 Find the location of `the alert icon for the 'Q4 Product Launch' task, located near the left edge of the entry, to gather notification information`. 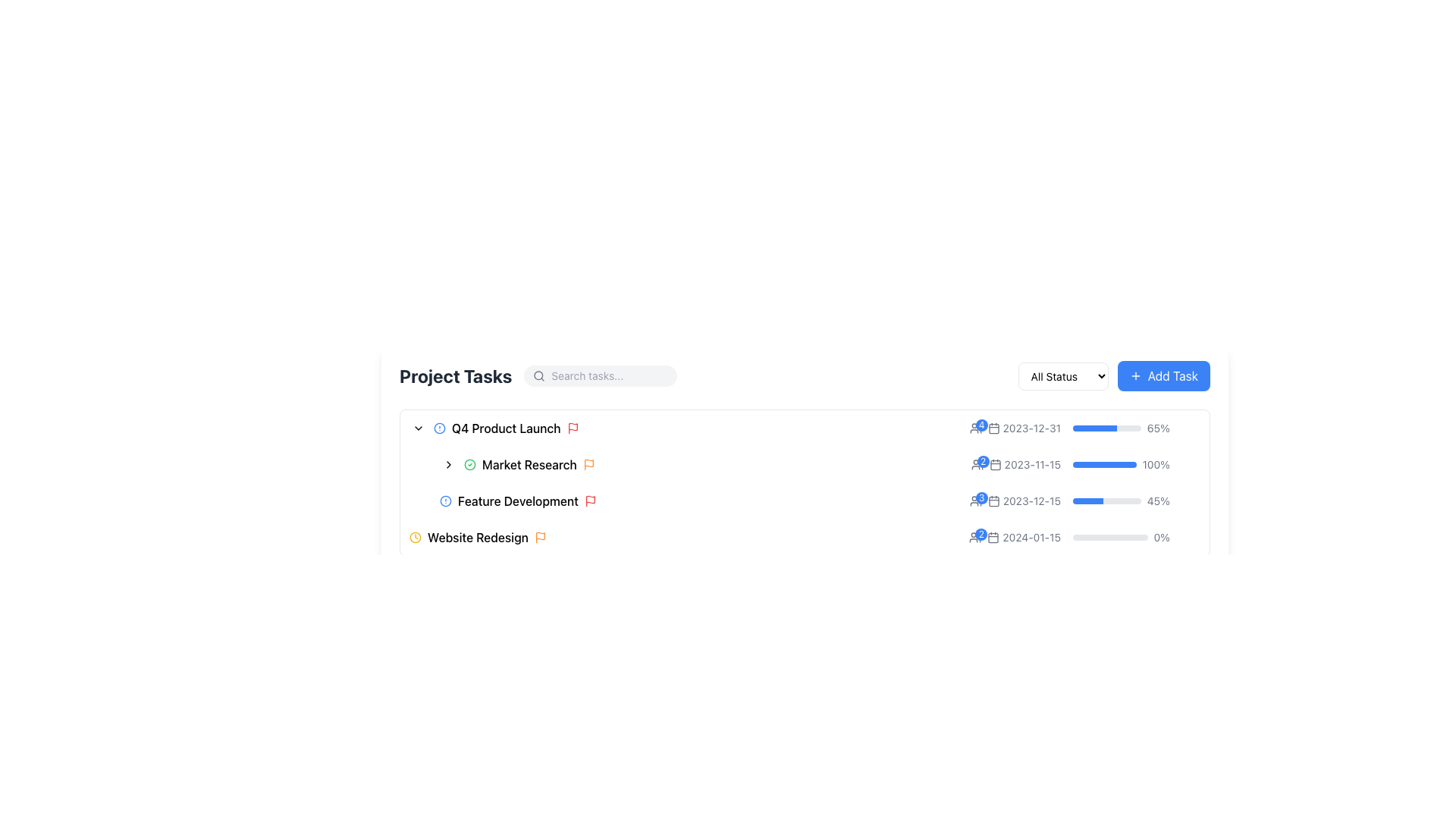

the alert icon for the 'Q4 Product Launch' task, located near the left edge of the entry, to gather notification information is located at coordinates (439, 428).